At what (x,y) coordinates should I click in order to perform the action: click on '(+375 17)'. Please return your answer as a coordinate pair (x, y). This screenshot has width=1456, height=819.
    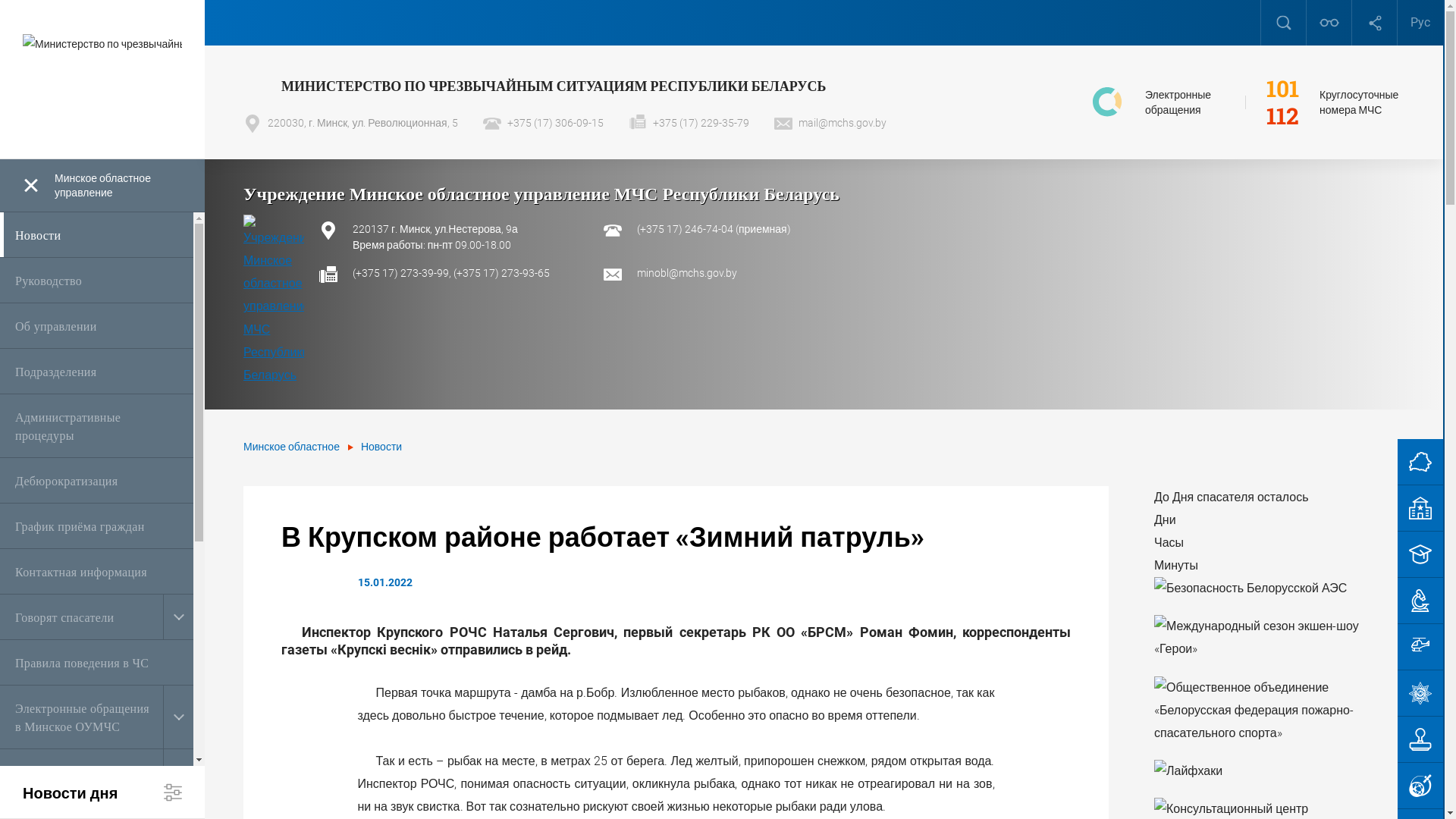
    Looking at the image, I should click on (637, 228).